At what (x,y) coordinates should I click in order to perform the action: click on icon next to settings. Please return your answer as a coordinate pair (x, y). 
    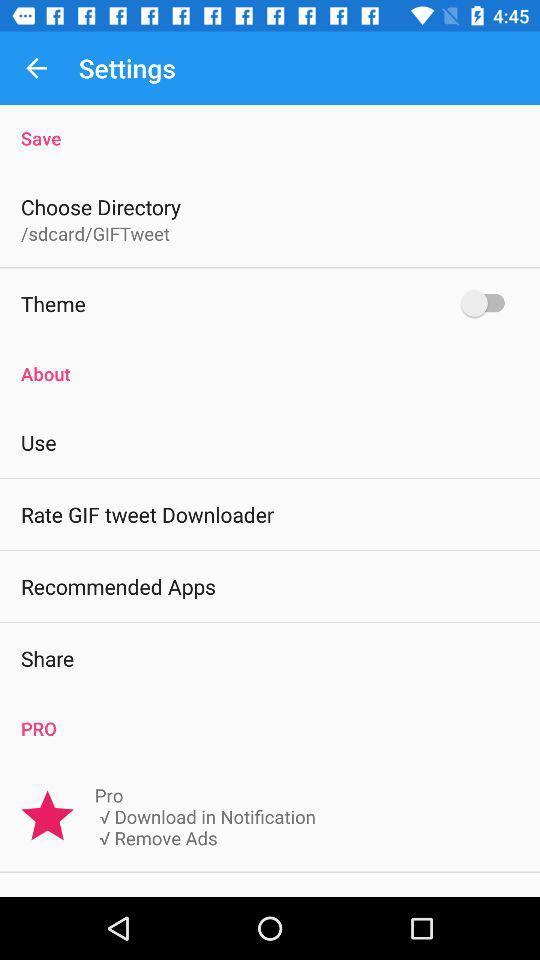
    Looking at the image, I should click on (36, 68).